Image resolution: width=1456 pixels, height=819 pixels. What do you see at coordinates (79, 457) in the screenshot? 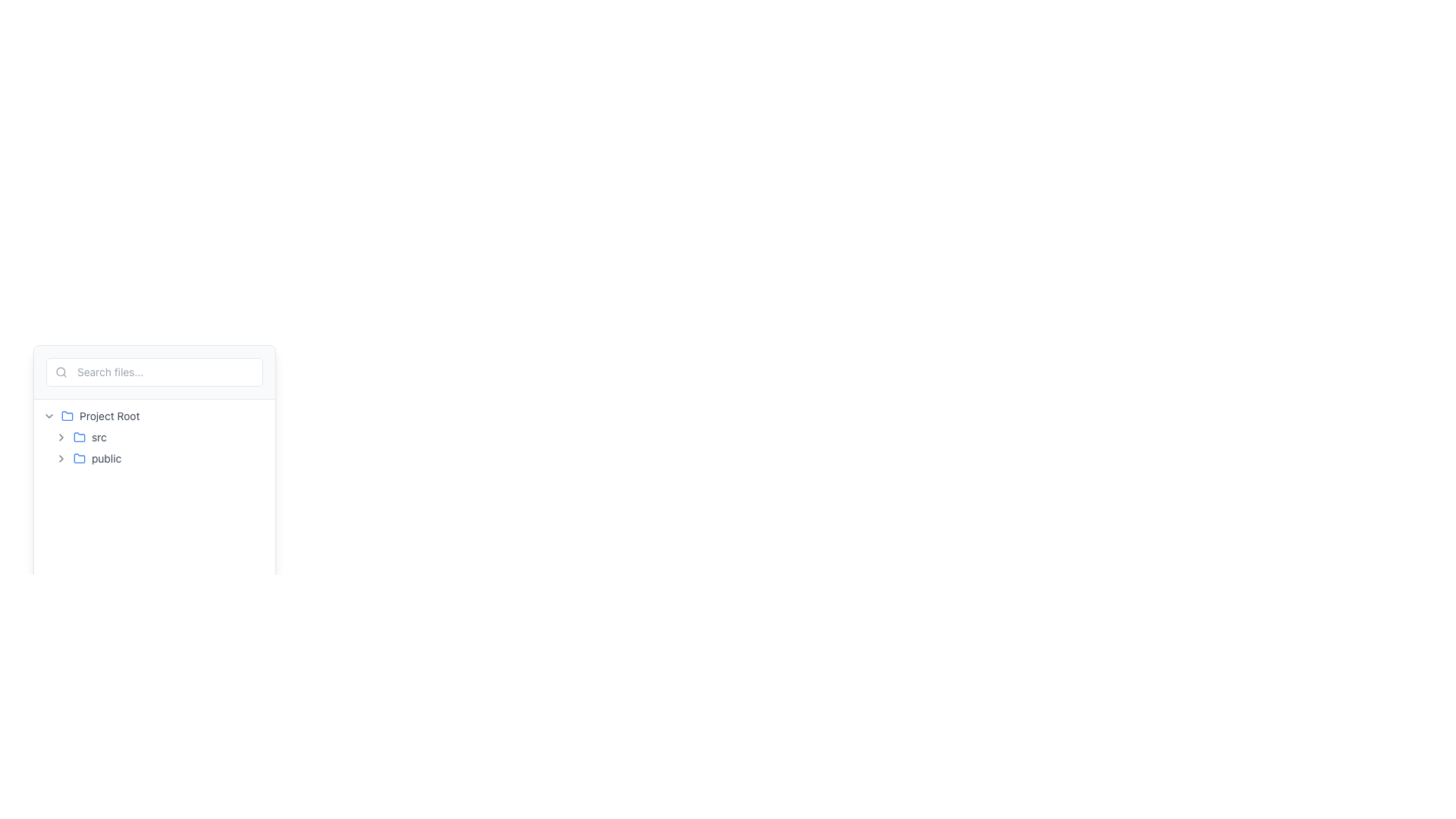
I see `the 'public' directory icon in the navigation panel` at bounding box center [79, 457].